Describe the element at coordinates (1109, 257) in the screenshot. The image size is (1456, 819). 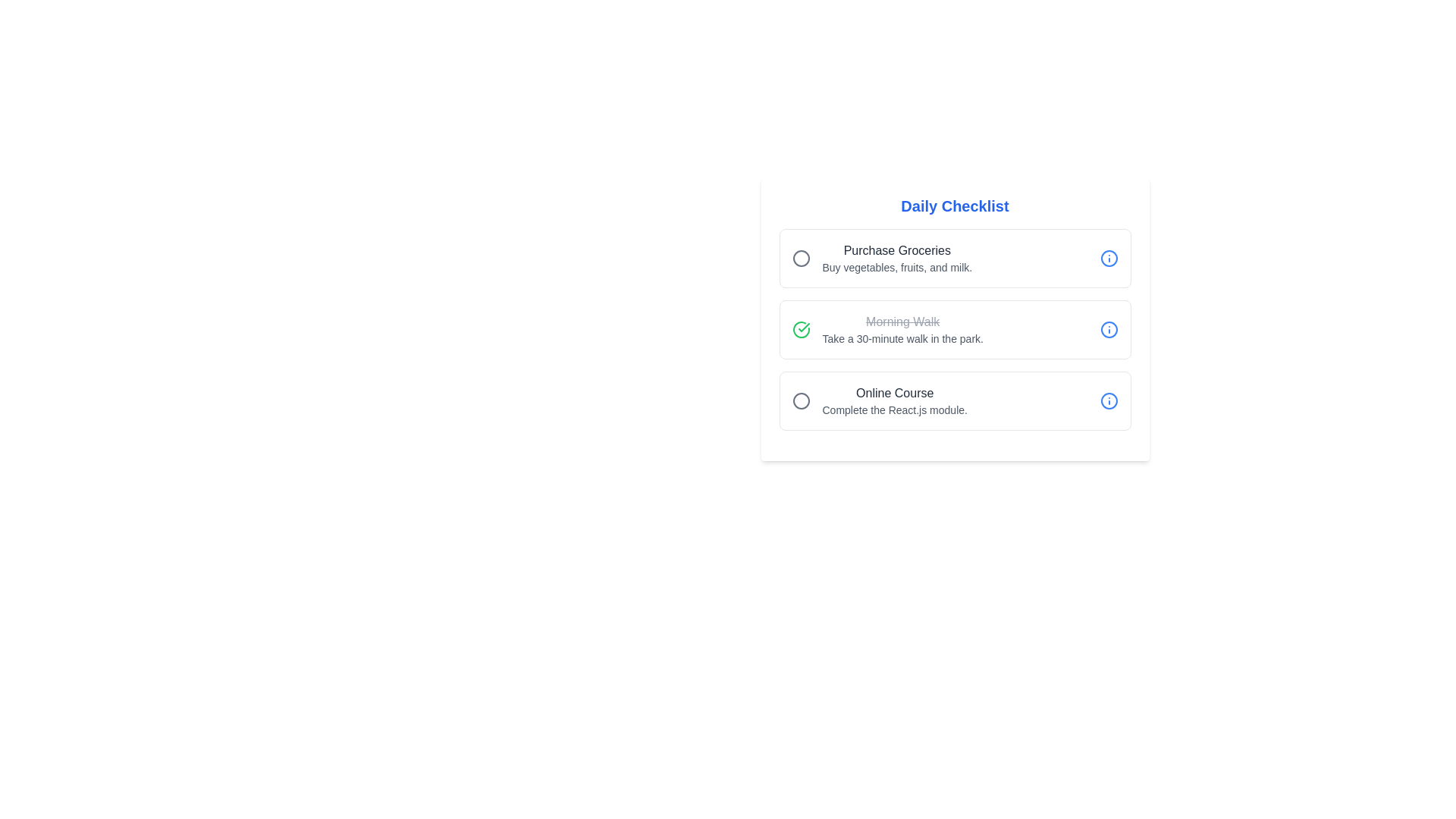
I see `info button for the task titled 'Purchase Groceries'` at that location.